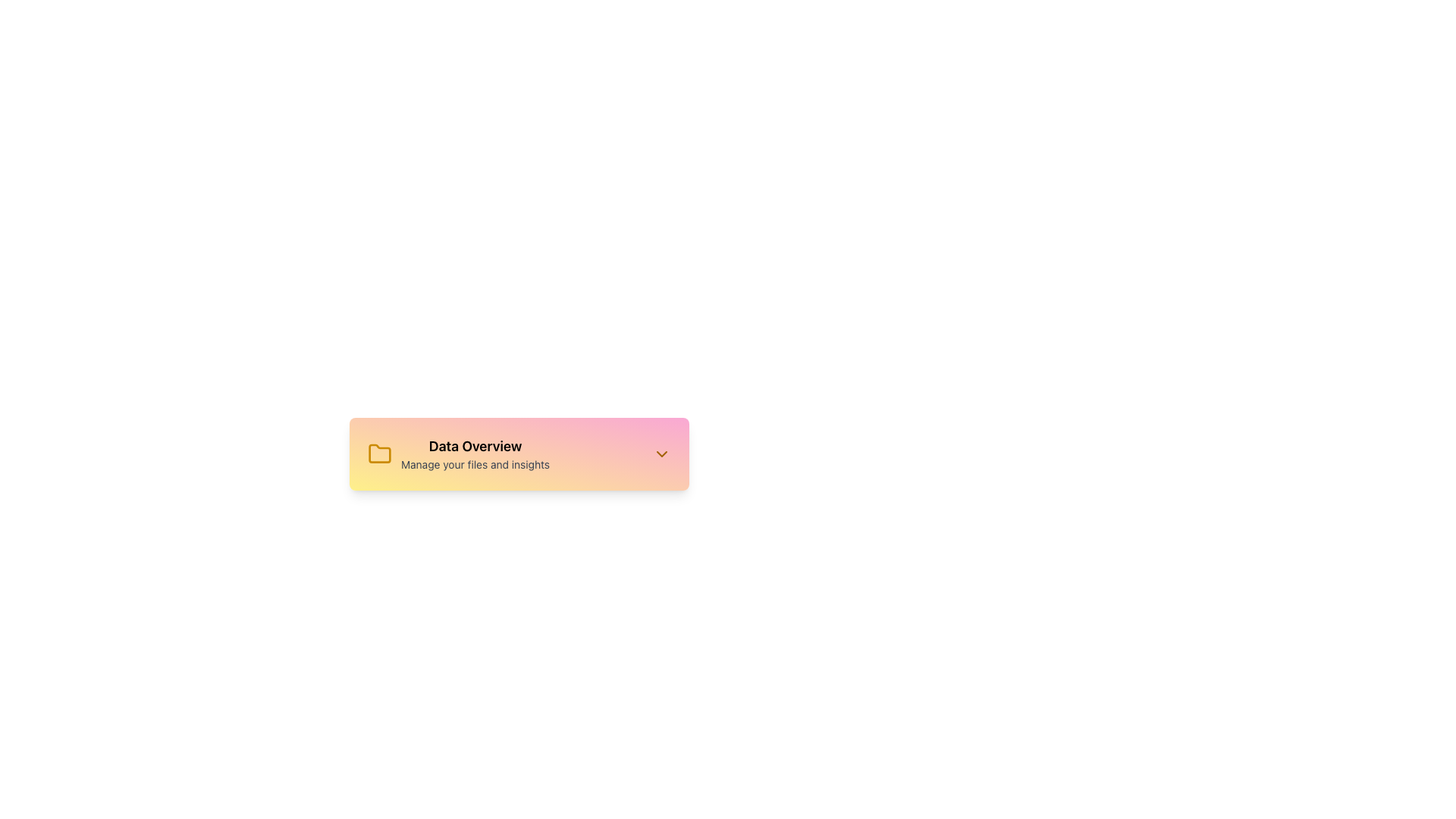 The height and width of the screenshot is (819, 1456). I want to click on the bright yellow folder-shaped icon located on the leftmost side of the horizontal arrangement, adjacent to the 'Data Overview' and 'Manage your files and insights' text elements for interaction, so click(379, 453).